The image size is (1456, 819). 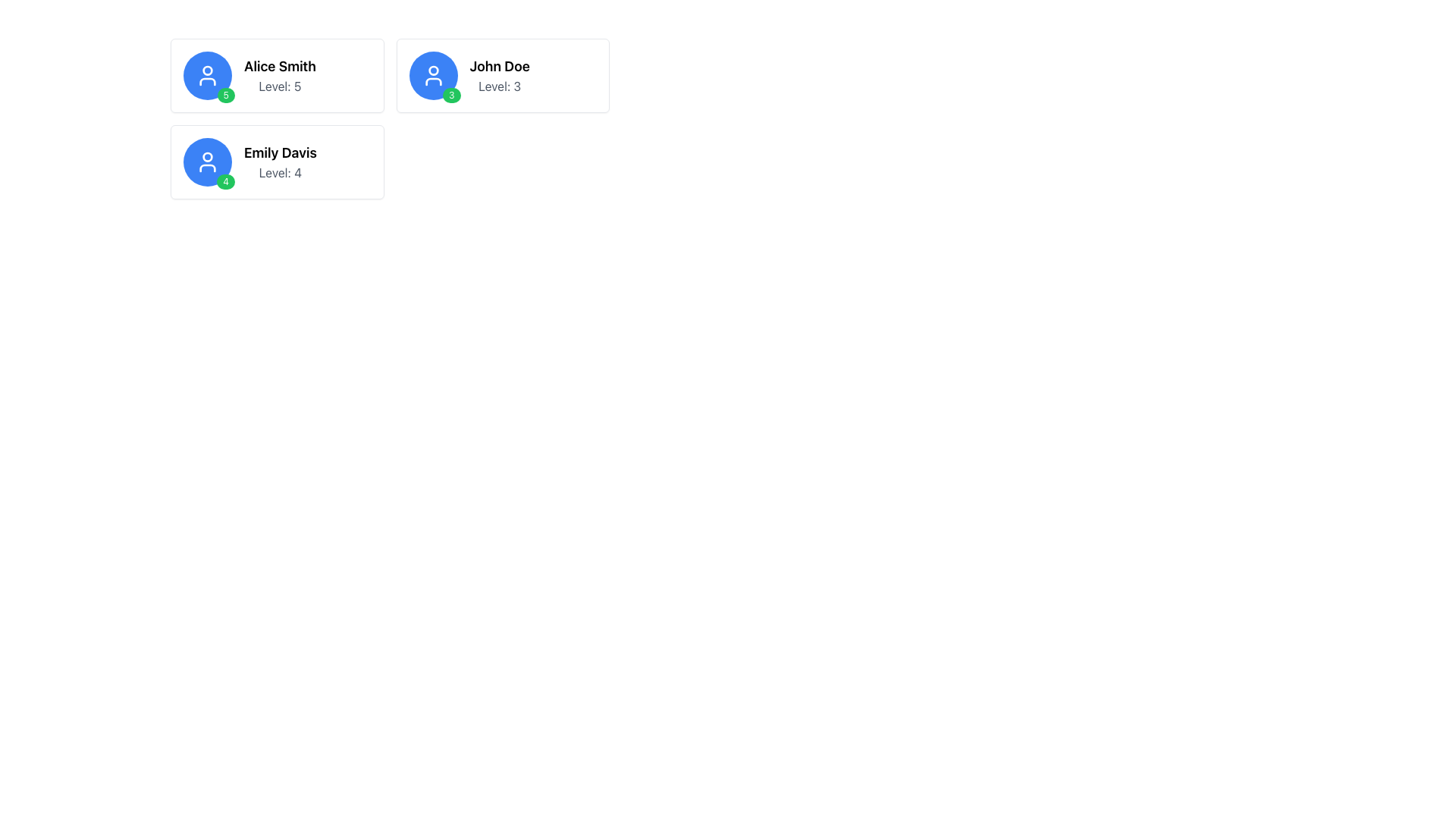 What do you see at coordinates (206, 82) in the screenshot?
I see `the visual presentation of the user avatar silhouette icon located at the base area of the leftmost card in the horizontal arrangement` at bounding box center [206, 82].